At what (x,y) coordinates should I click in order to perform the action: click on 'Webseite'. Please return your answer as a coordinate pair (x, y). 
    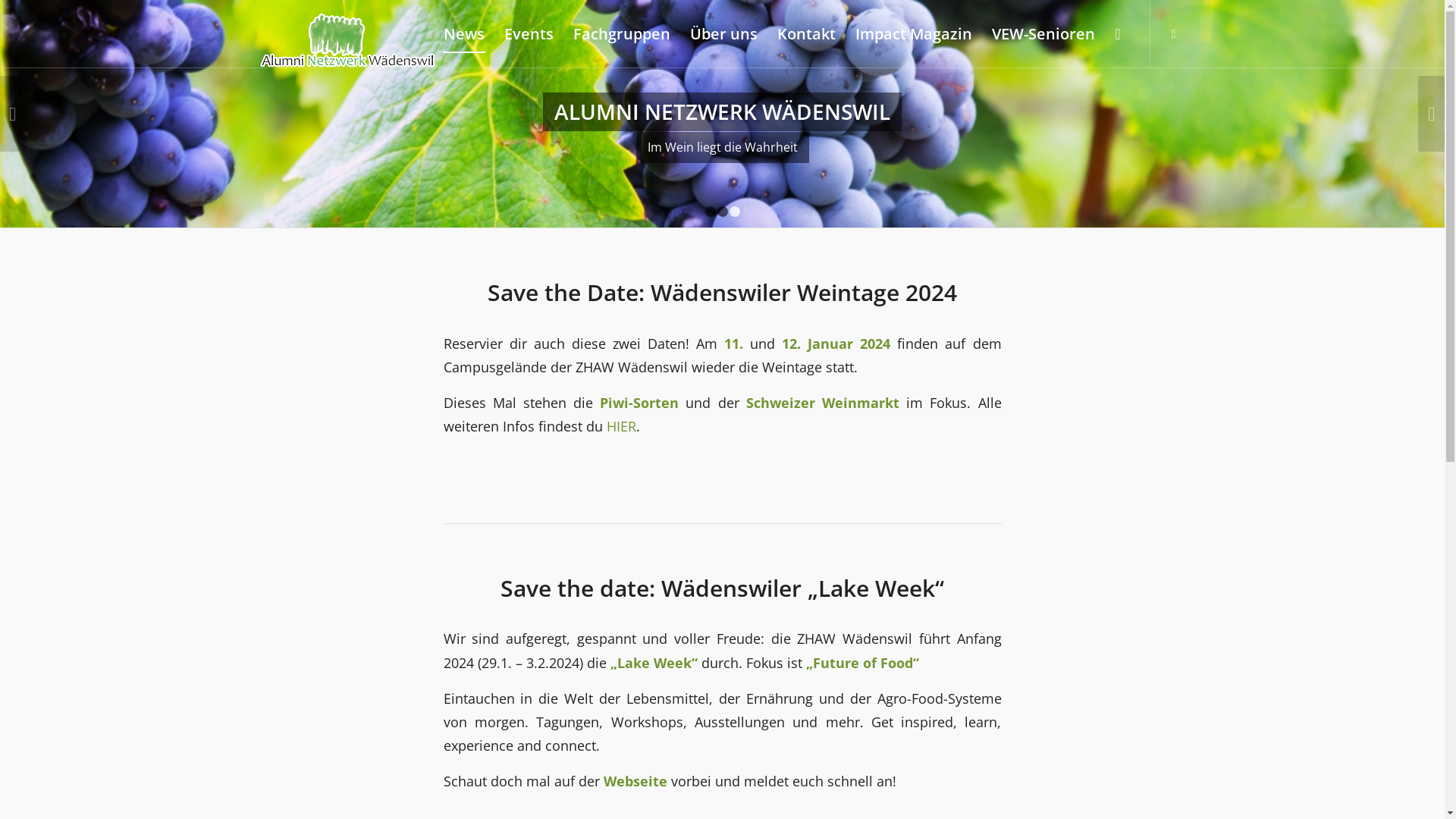
    Looking at the image, I should click on (635, 780).